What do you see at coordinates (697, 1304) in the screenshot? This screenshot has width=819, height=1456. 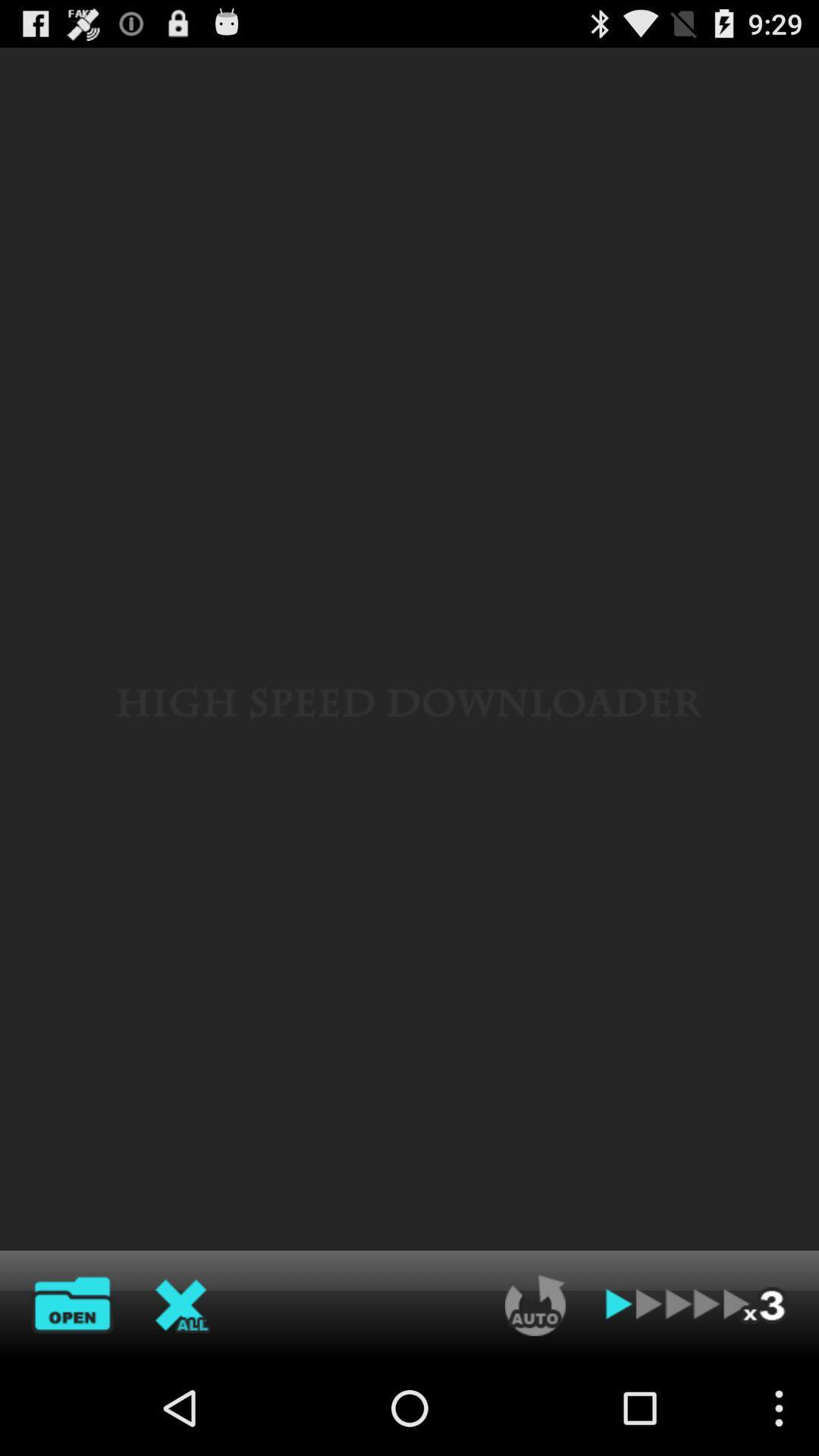 I see `forward` at bounding box center [697, 1304].